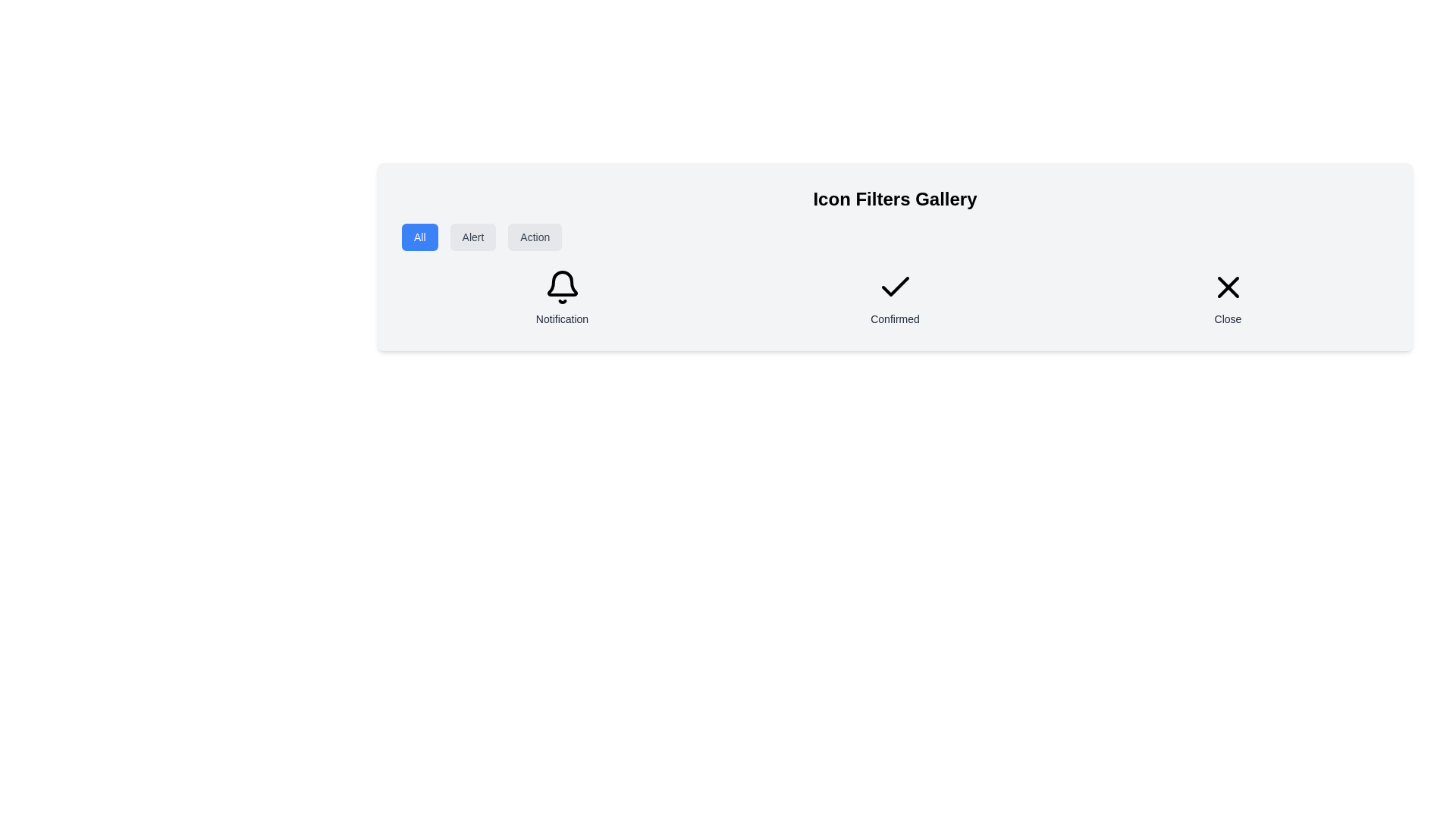 This screenshot has width=1456, height=819. I want to click on the 'All' filter category button, so click(419, 237).